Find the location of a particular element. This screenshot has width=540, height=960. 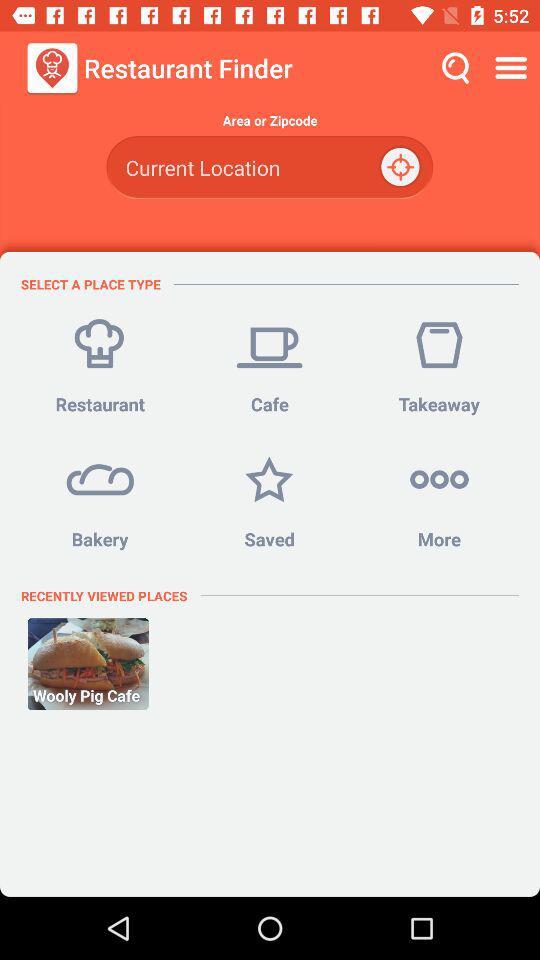

icon above area or zipcode item is located at coordinates (513, 68).